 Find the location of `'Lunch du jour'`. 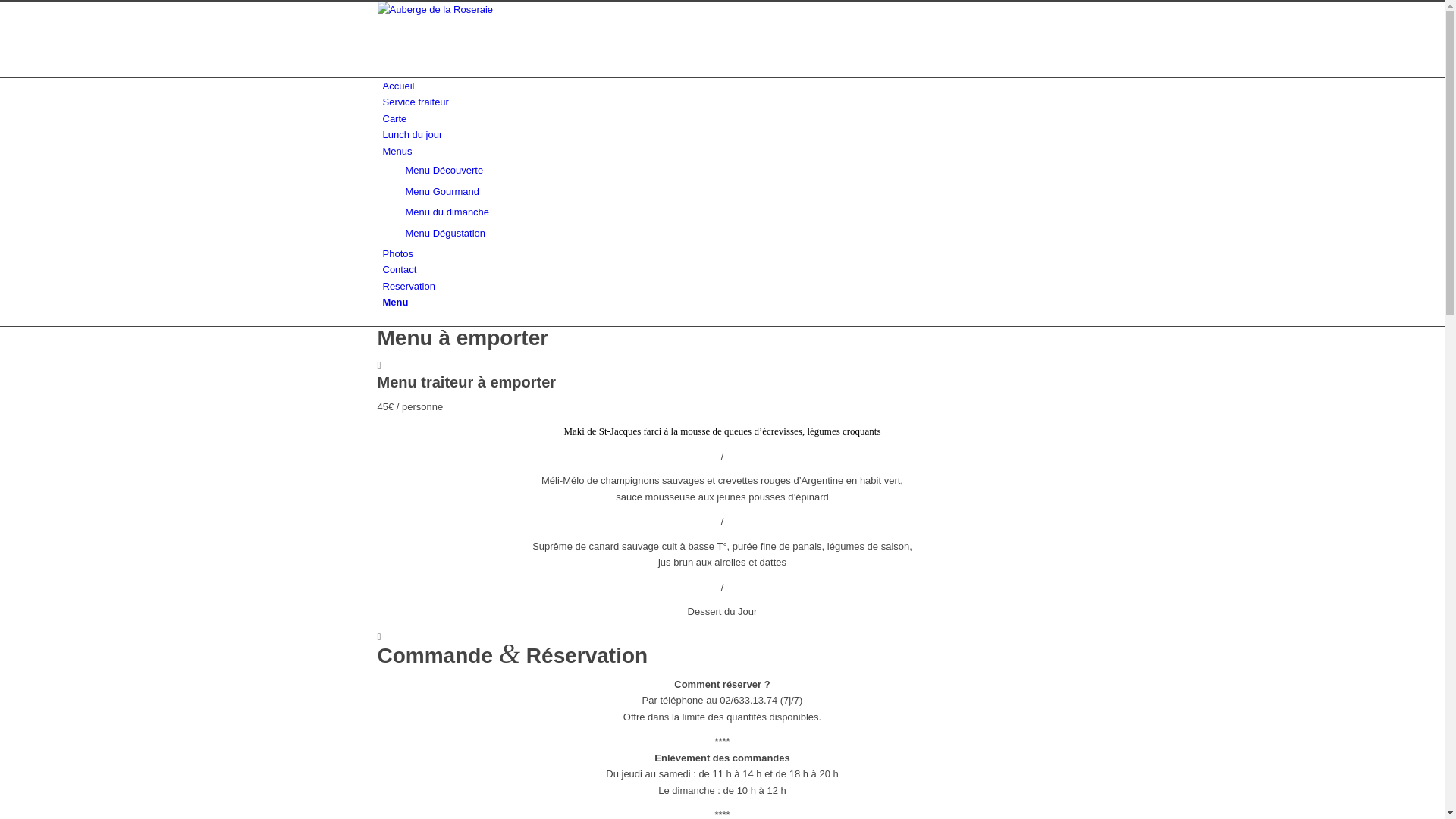

'Lunch du jour' is located at coordinates (382, 133).